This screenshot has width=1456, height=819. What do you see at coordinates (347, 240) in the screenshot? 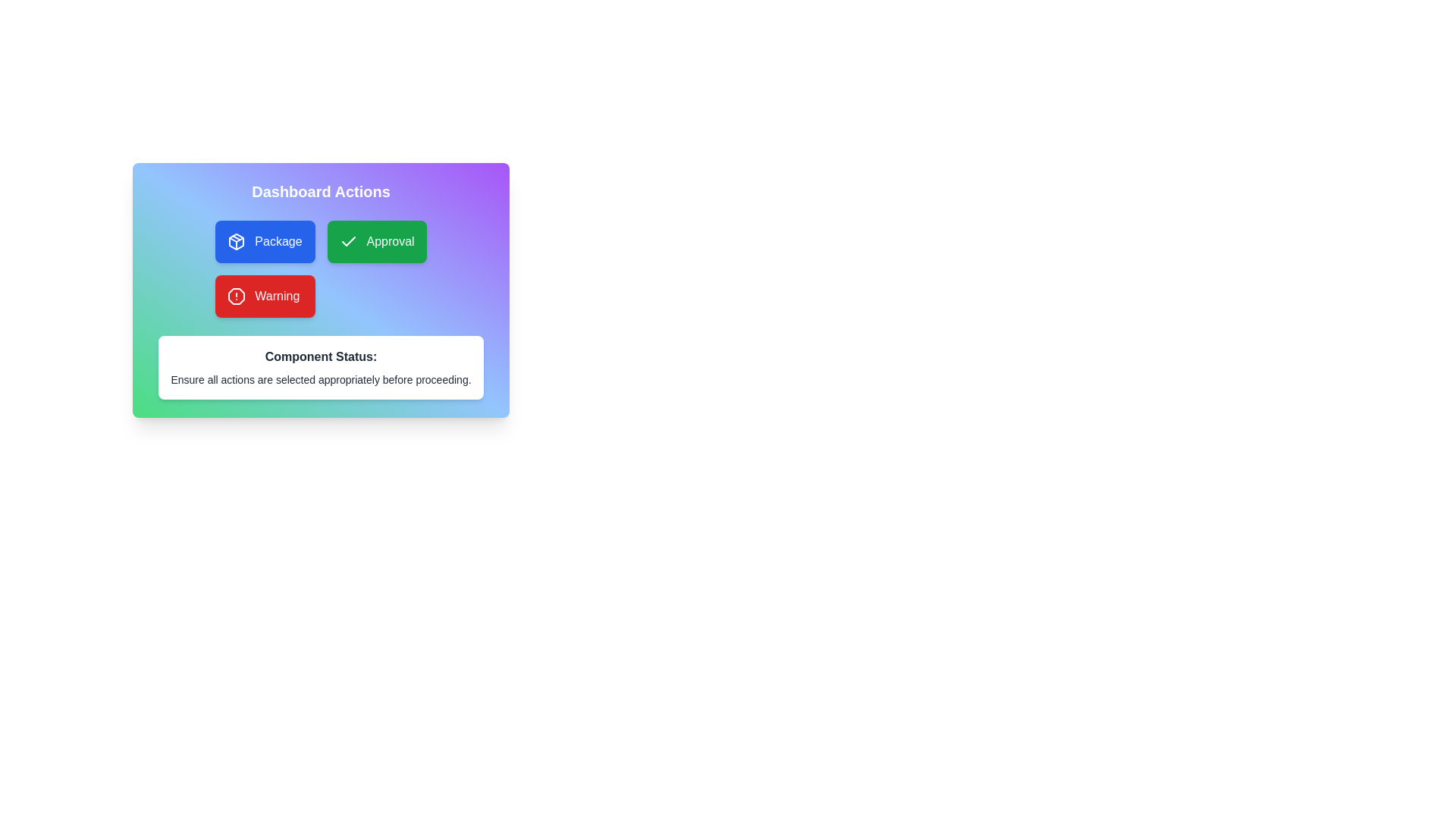
I see `the SVG graphic of a checkmark within the green 'Approval' button, which indicates approval or a completed status, located in the top-right of the 'Dashboard Actions' grid` at bounding box center [347, 240].